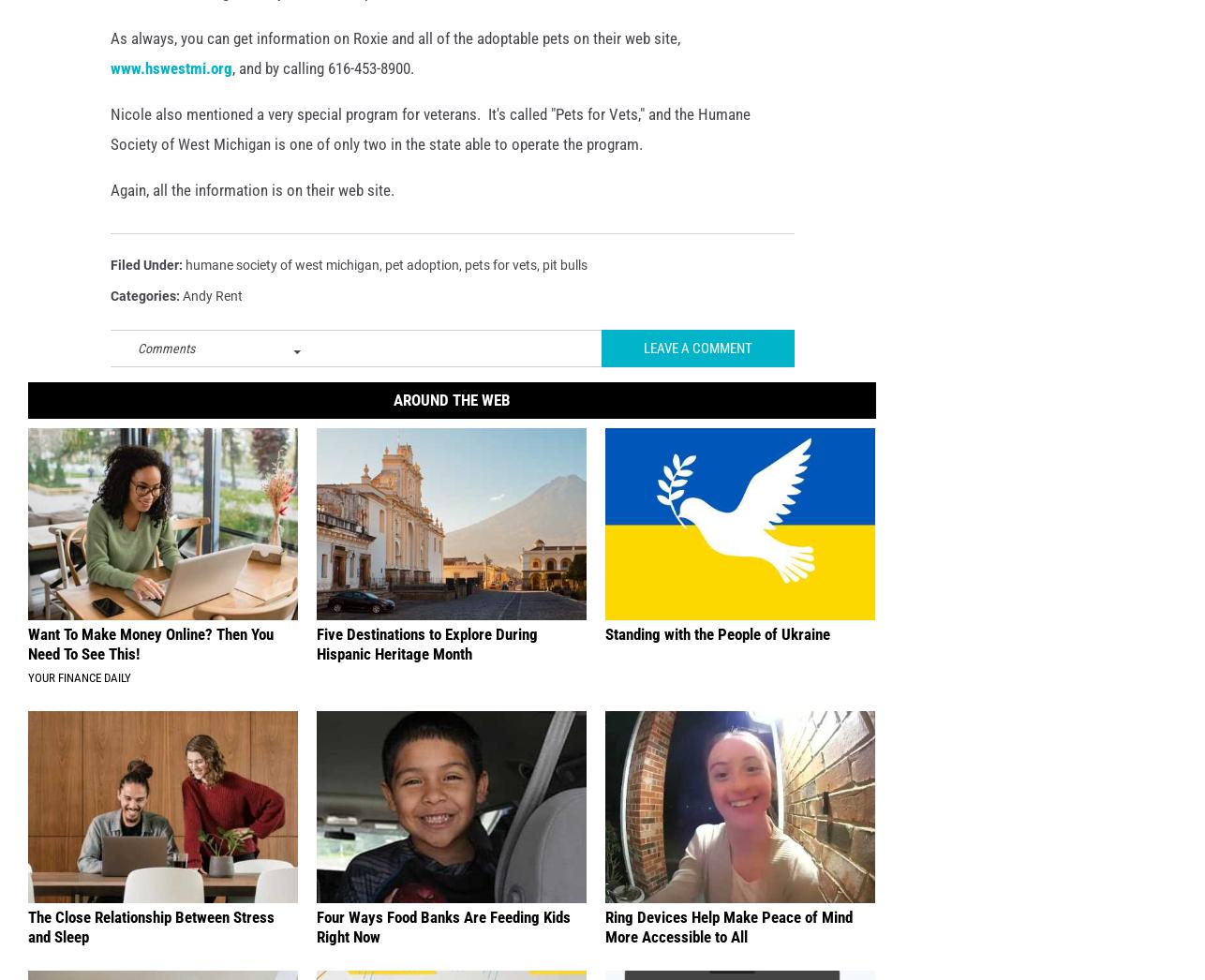  What do you see at coordinates (697, 378) in the screenshot?
I see `'Leave A Comment'` at bounding box center [697, 378].